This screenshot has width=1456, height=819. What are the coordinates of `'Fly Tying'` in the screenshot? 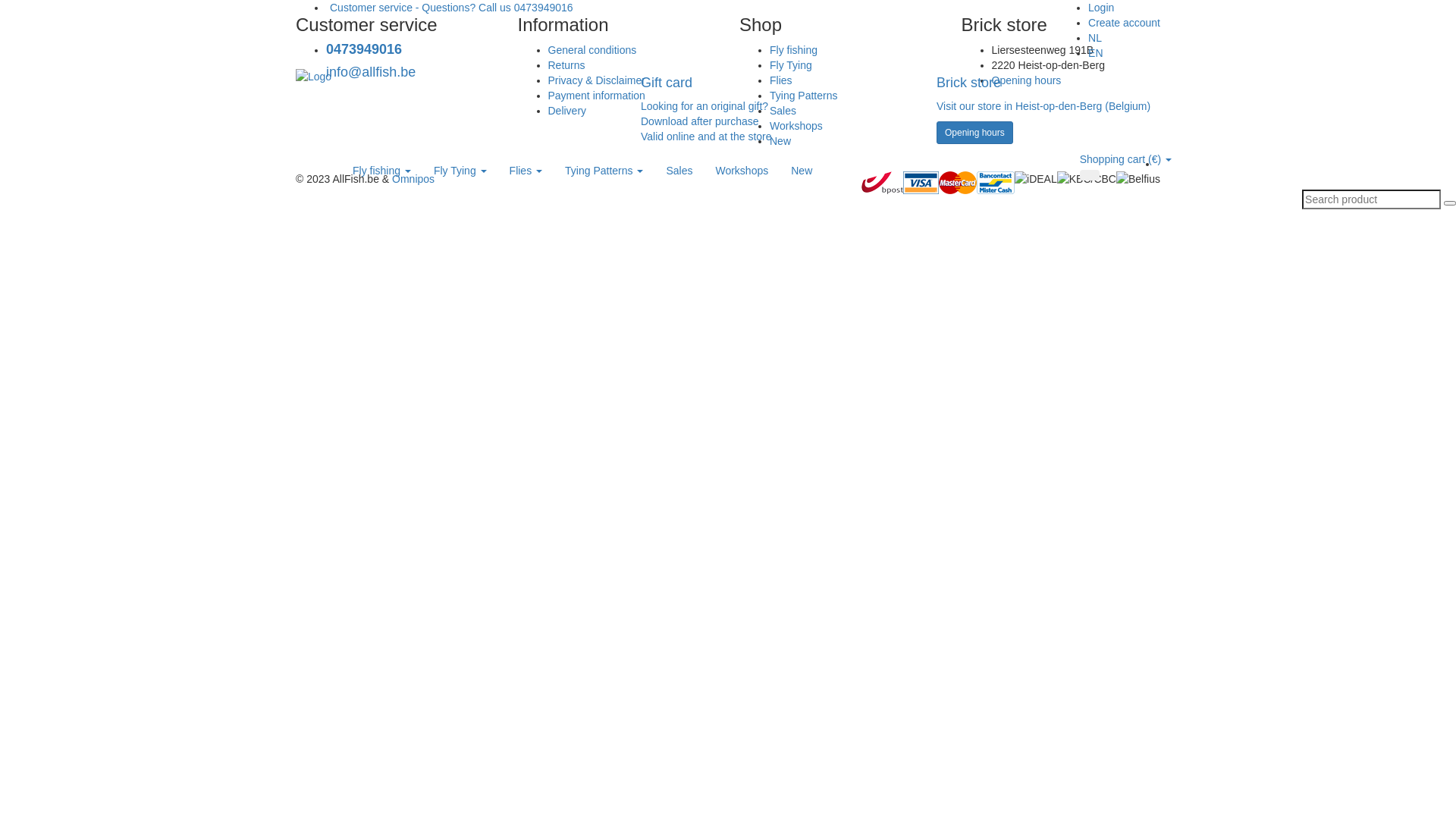 It's located at (459, 170).